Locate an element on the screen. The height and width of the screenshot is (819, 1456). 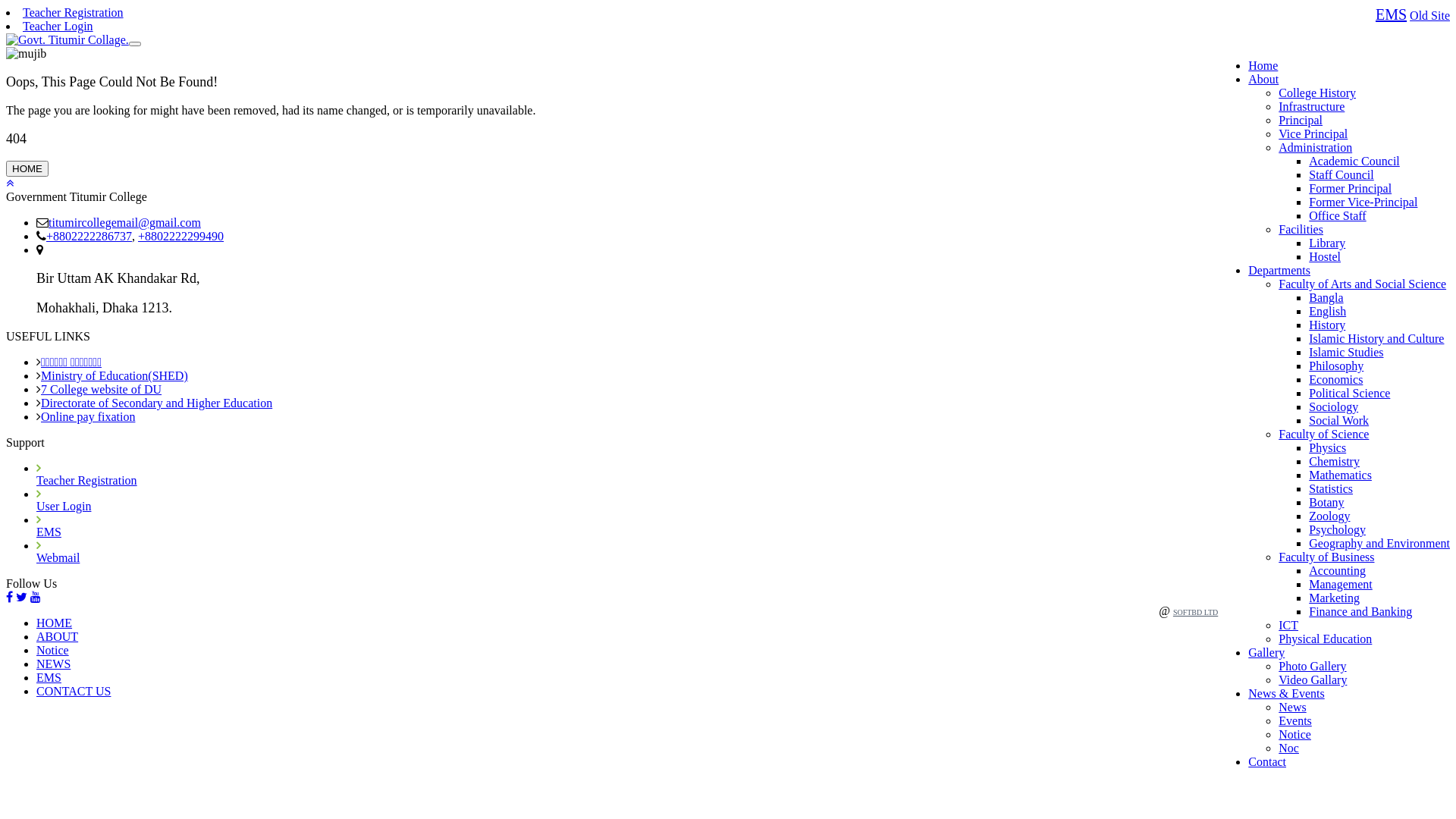
'Finance and Banking' is located at coordinates (1360, 610).